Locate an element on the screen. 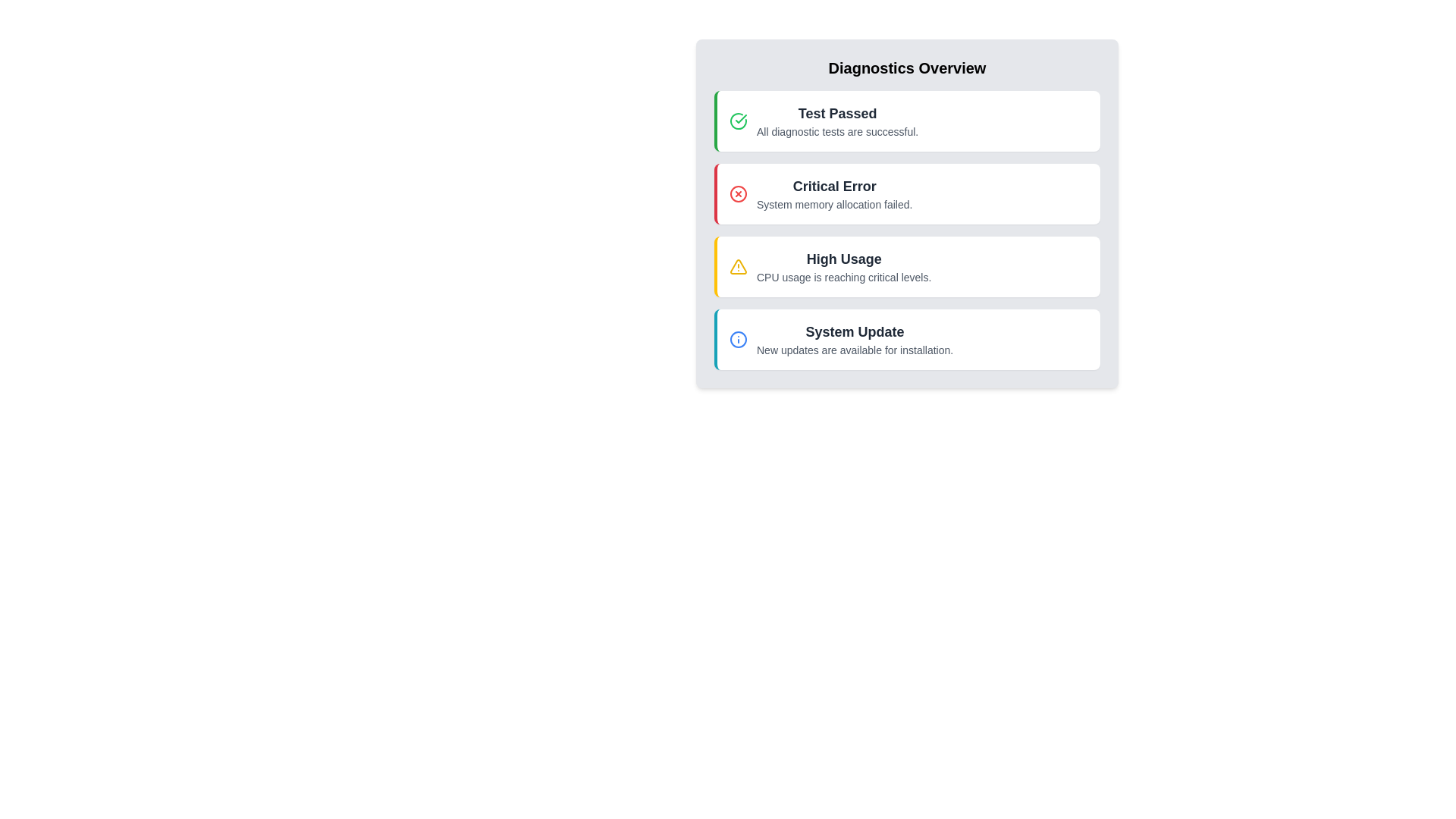 This screenshot has height=819, width=1456. the warning icon indicating high CPU usage located to the left of the 'High Usage' text block in the 'Critical Error' section is located at coordinates (739, 265).